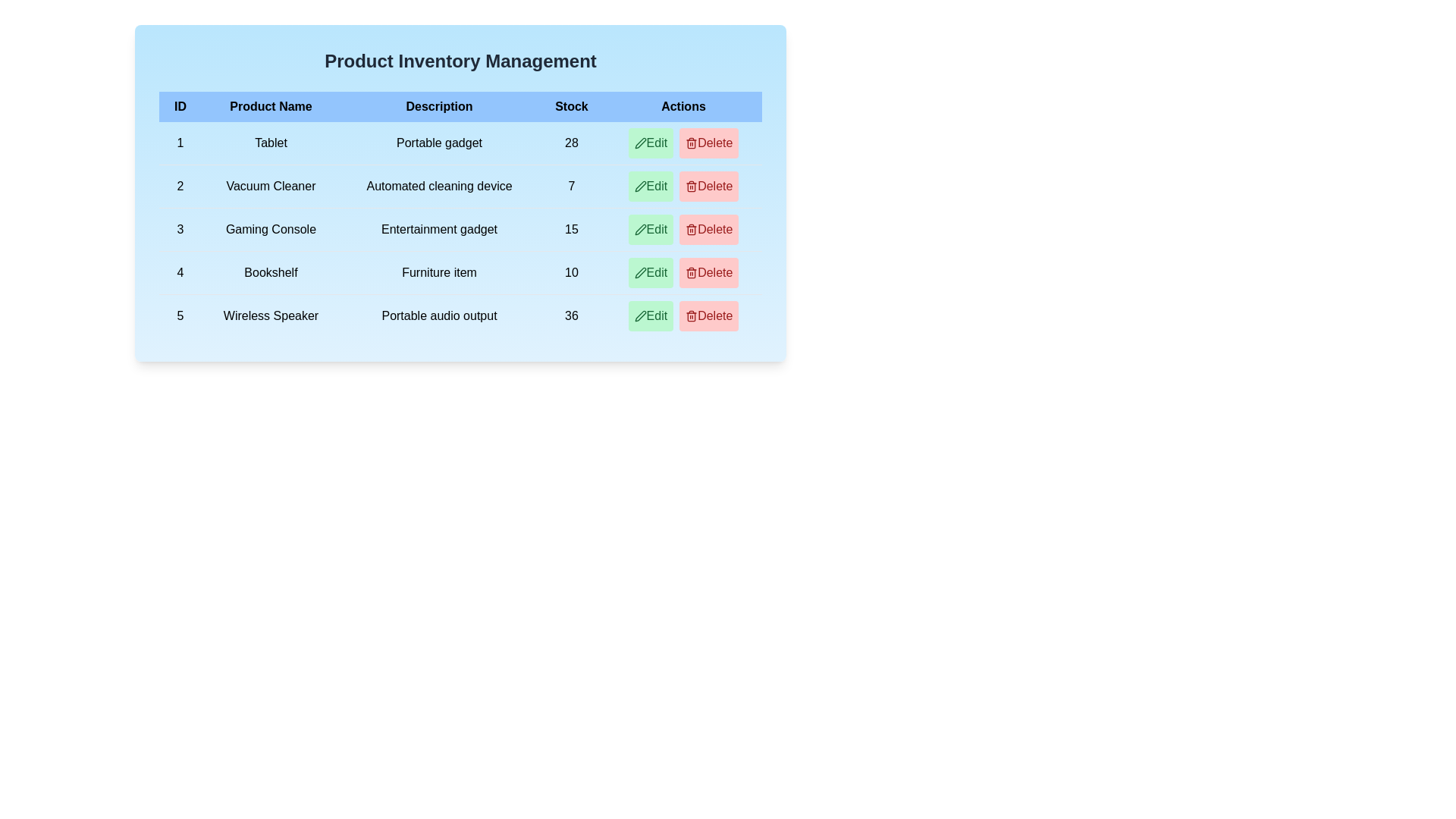  Describe the element at coordinates (640, 315) in the screenshot. I see `the green outlined pen icon in the 'Actions' column of the last row of the table` at that location.